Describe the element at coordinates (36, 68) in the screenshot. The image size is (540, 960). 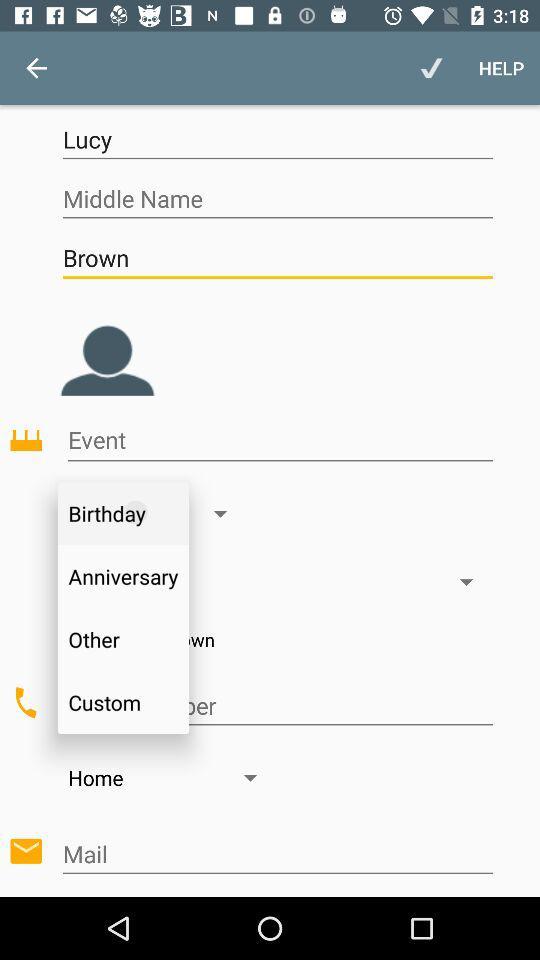
I see `the icon at the top left corner` at that location.